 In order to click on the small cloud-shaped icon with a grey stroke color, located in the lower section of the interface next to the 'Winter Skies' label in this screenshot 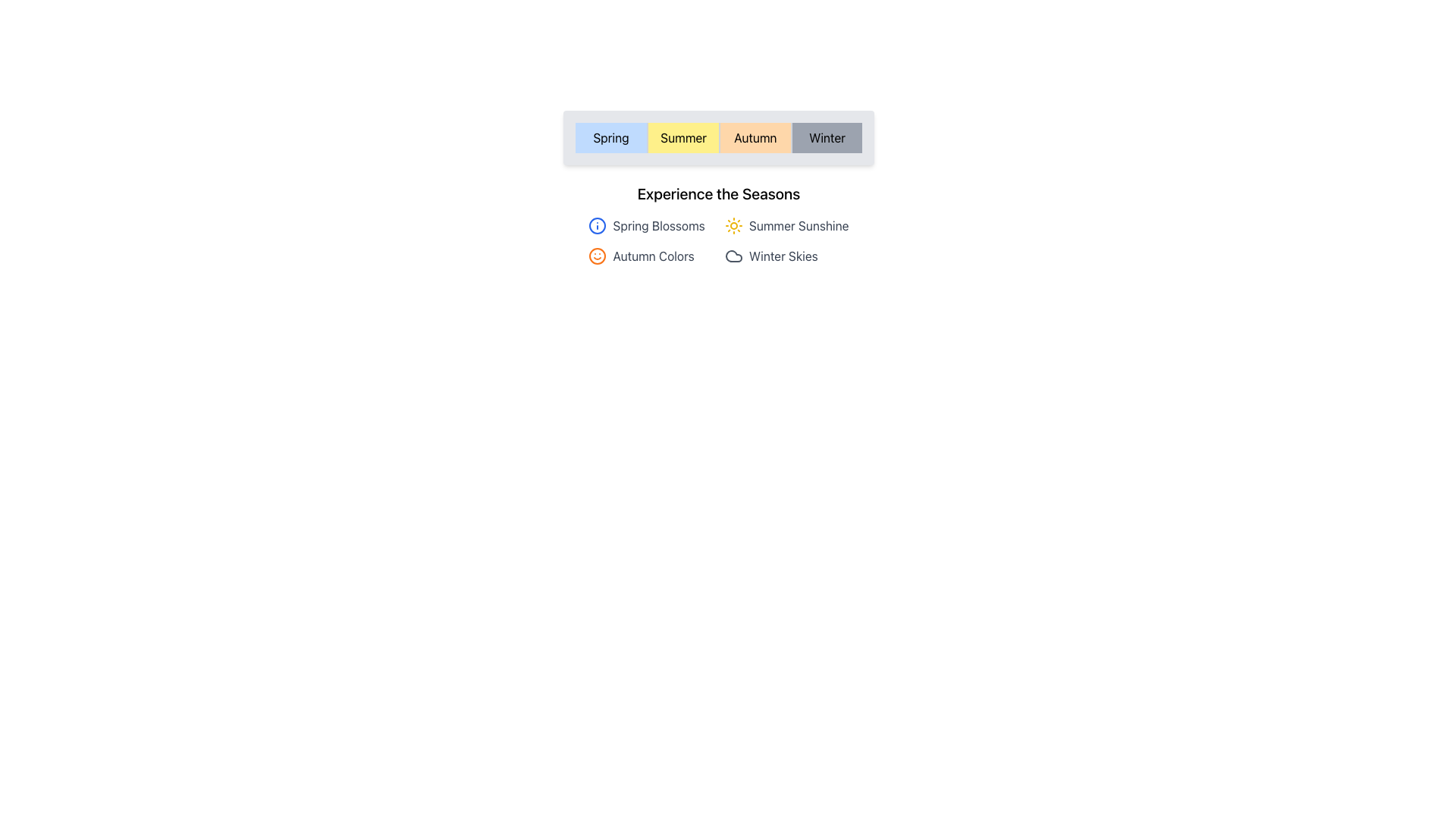, I will do `click(734, 256)`.